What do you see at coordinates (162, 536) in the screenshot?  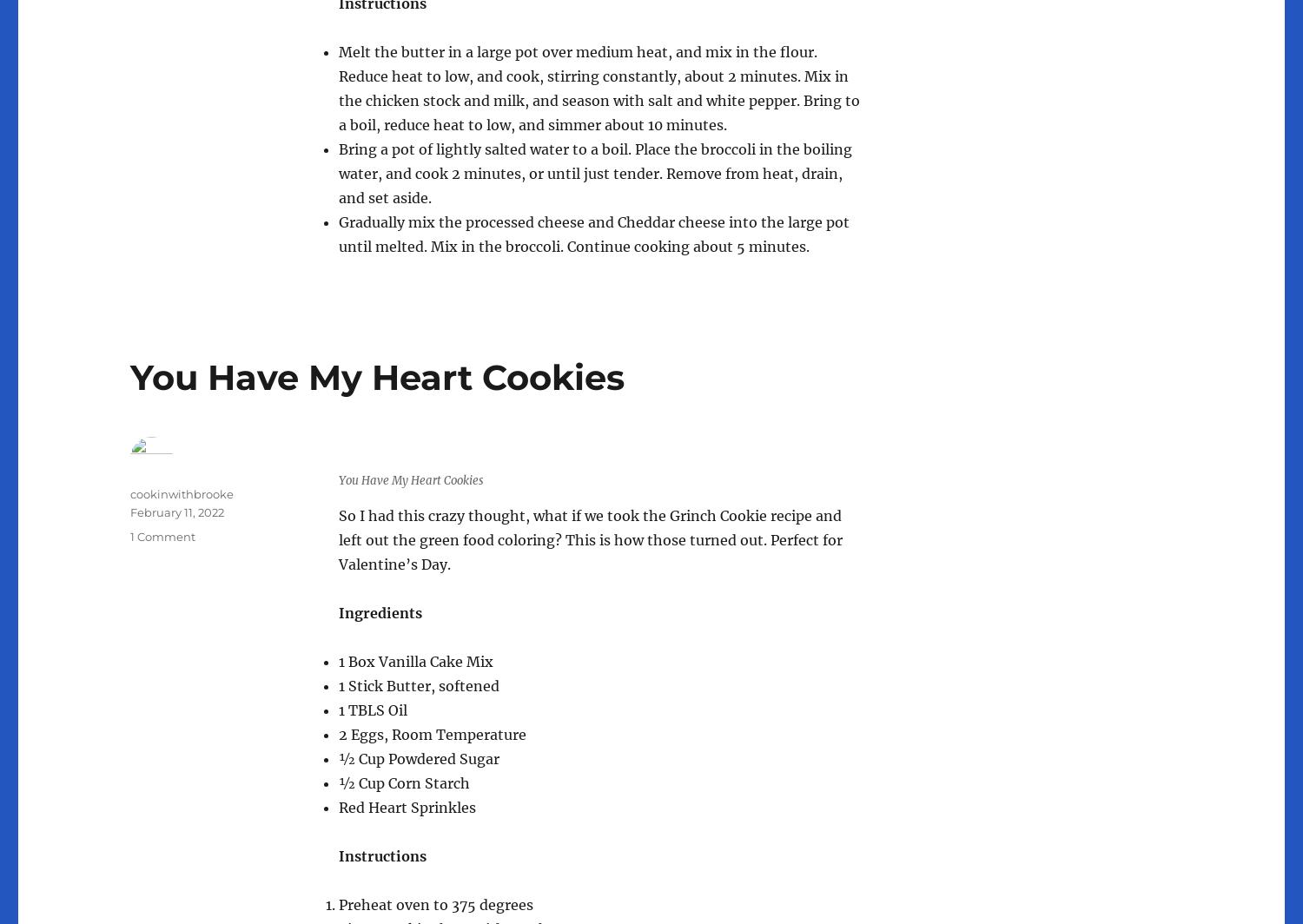 I see `'1 Comment'` at bounding box center [162, 536].